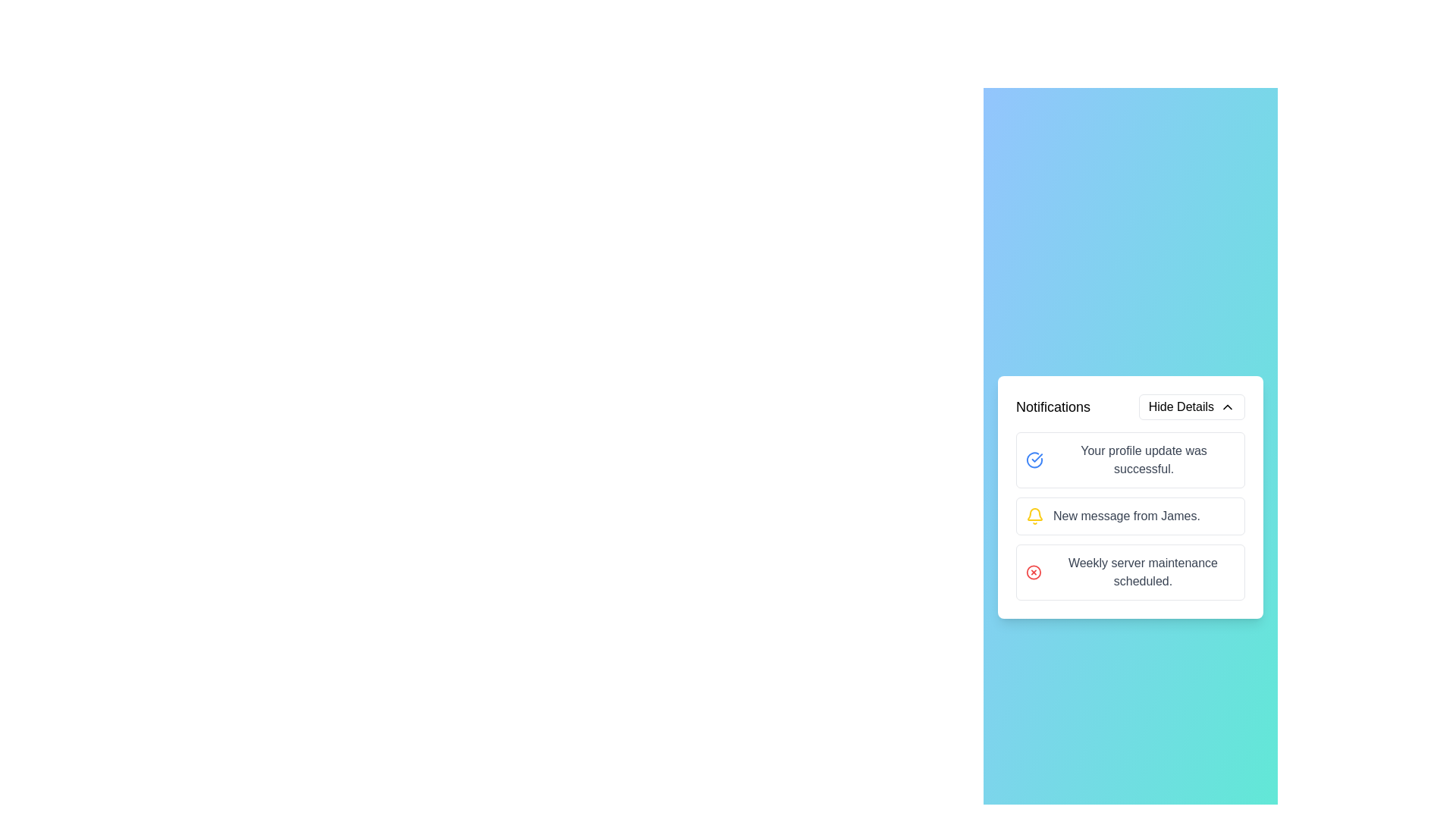 Image resolution: width=1456 pixels, height=819 pixels. I want to click on the circular red icon located at the beginning of the third notification message that indicates 'Weekly server maintenance scheduled.', so click(1033, 573).